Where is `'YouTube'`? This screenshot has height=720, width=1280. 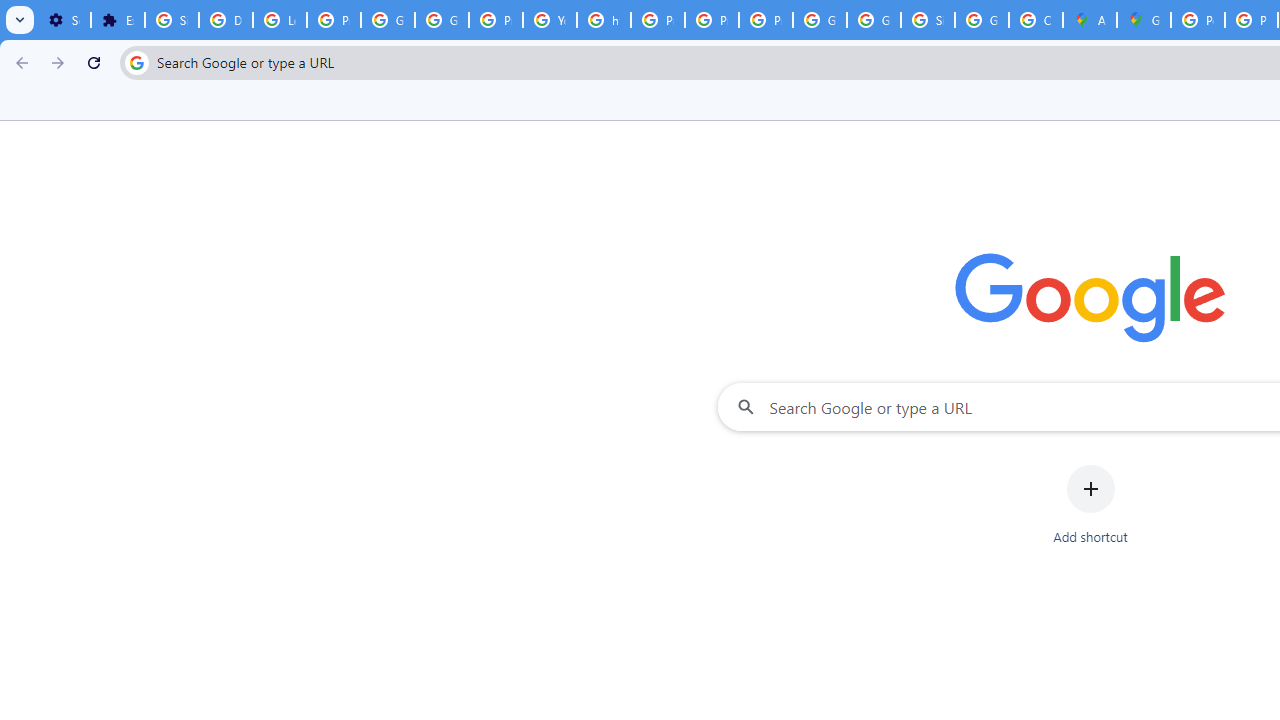 'YouTube' is located at coordinates (550, 20).